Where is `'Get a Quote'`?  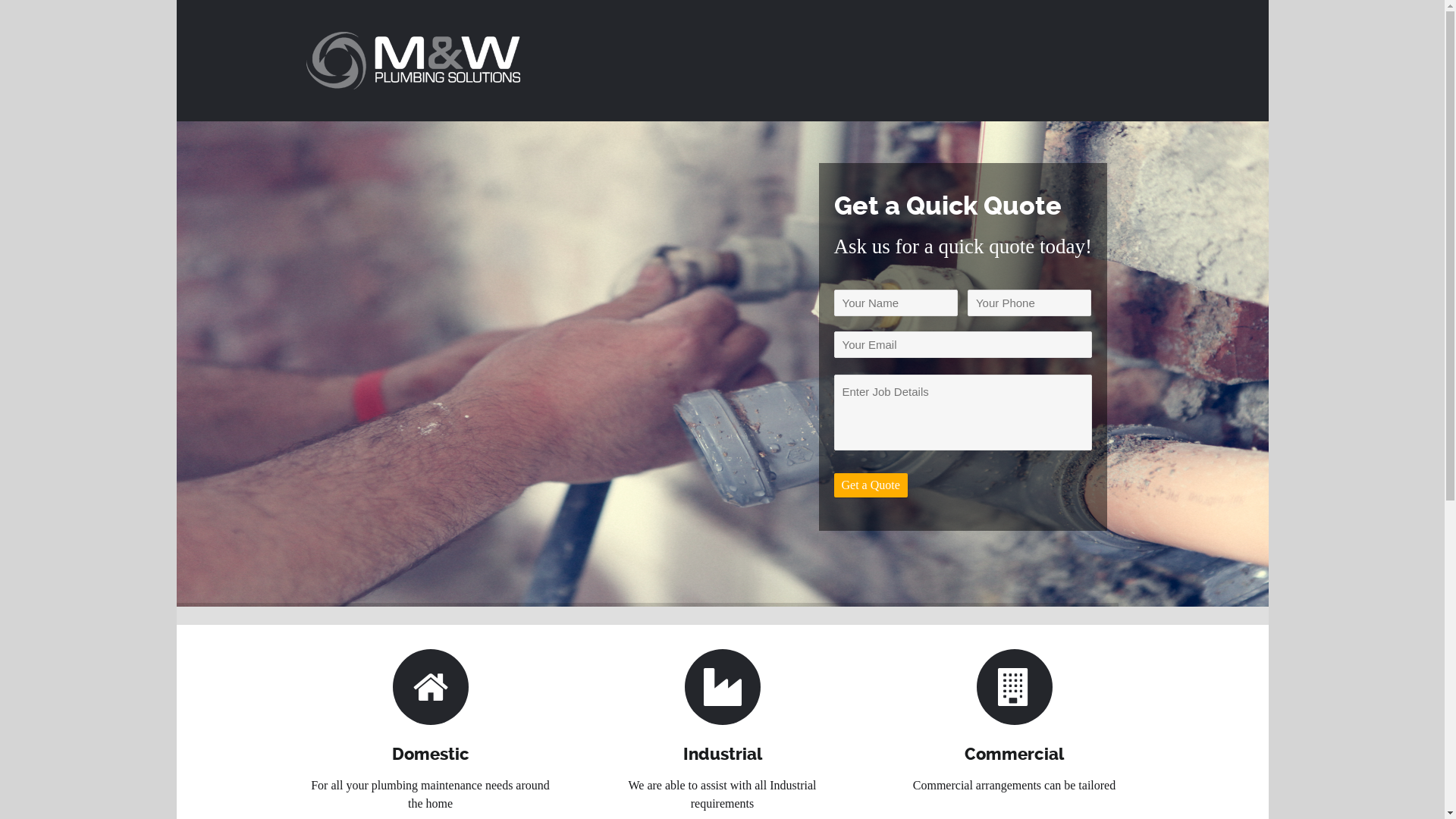
'Get a Quote' is located at coordinates (833, 485).